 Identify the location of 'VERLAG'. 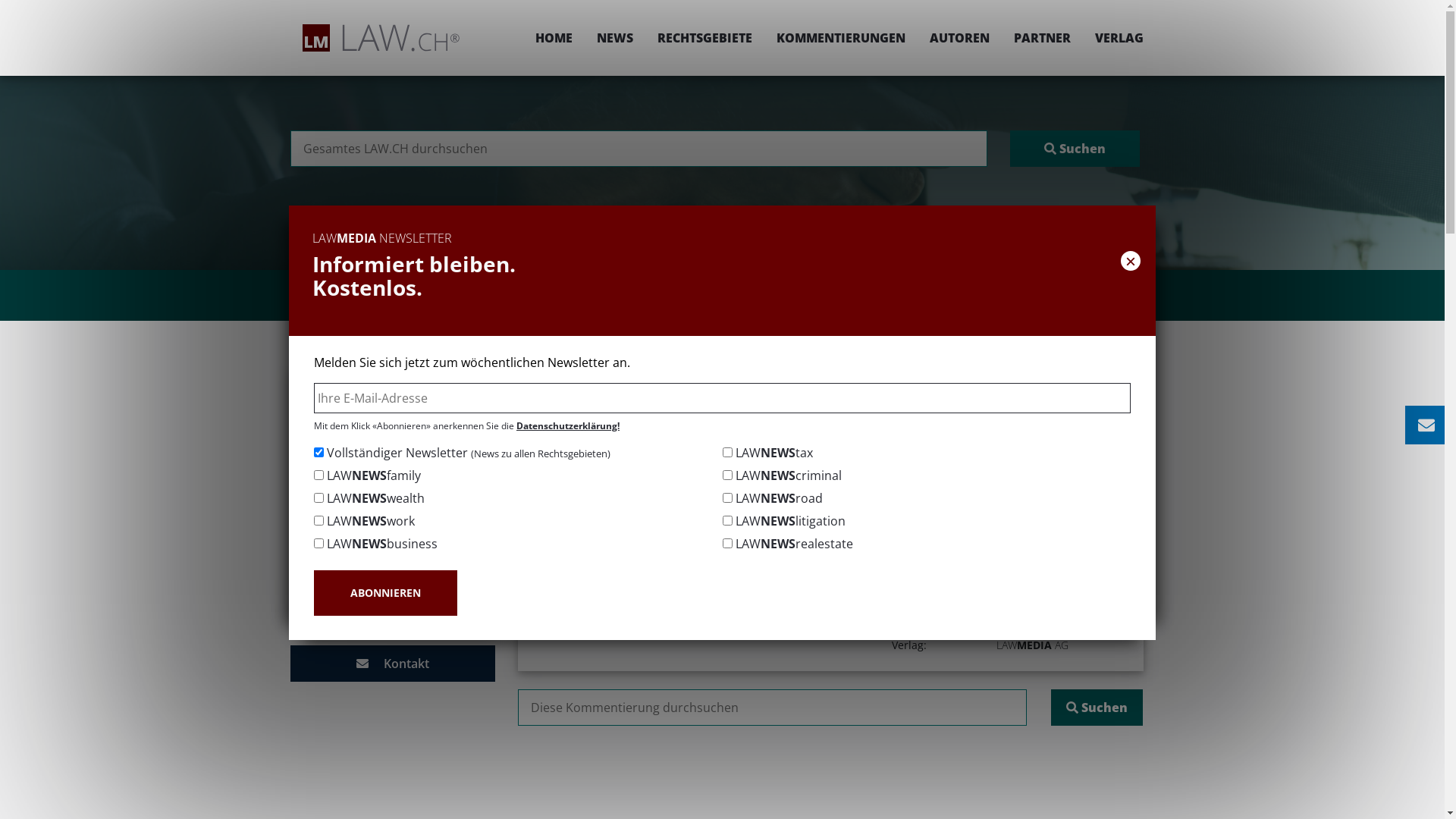
(1113, 37).